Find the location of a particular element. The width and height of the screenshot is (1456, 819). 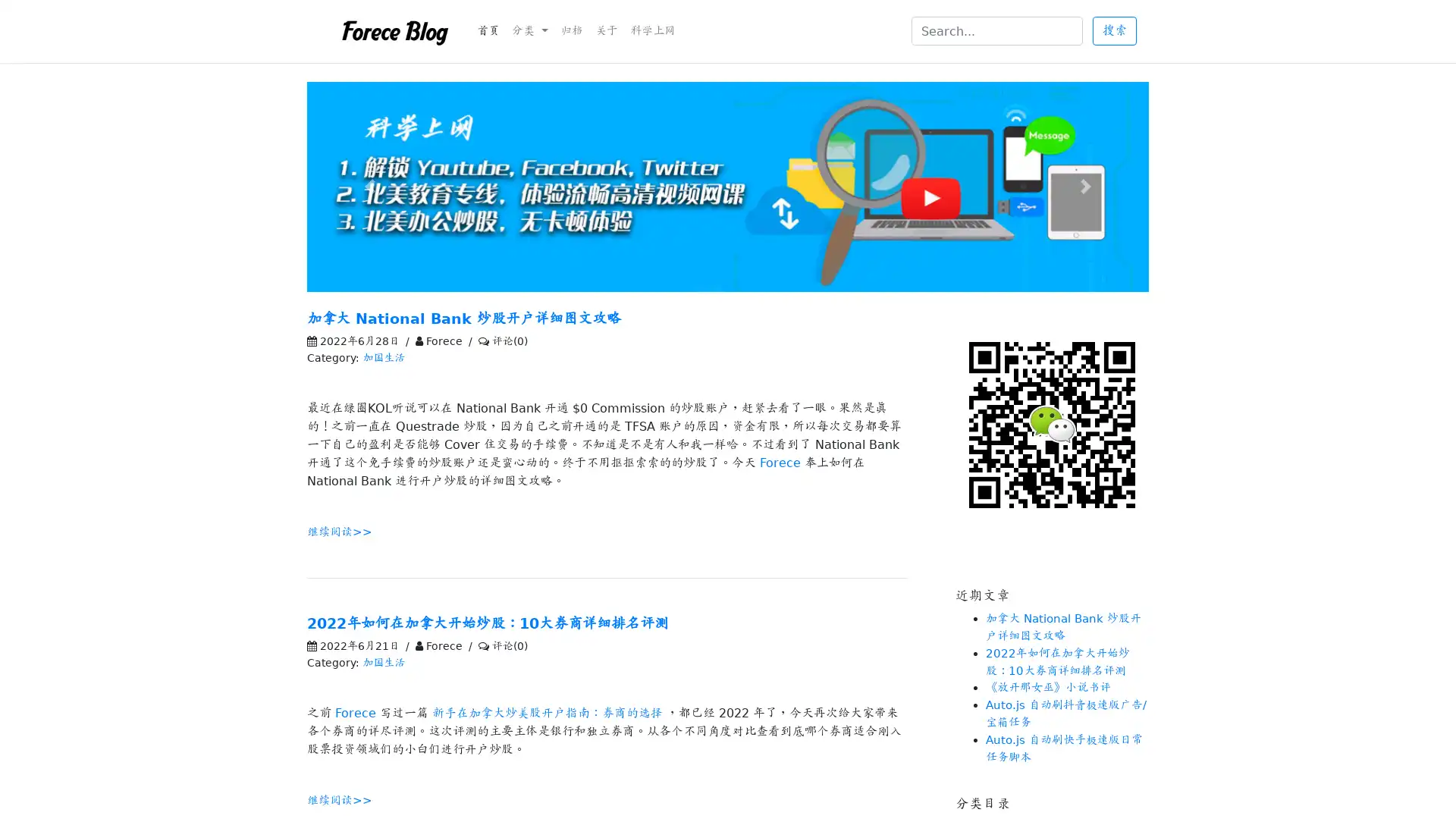

Previous is located at coordinates (370, 186).